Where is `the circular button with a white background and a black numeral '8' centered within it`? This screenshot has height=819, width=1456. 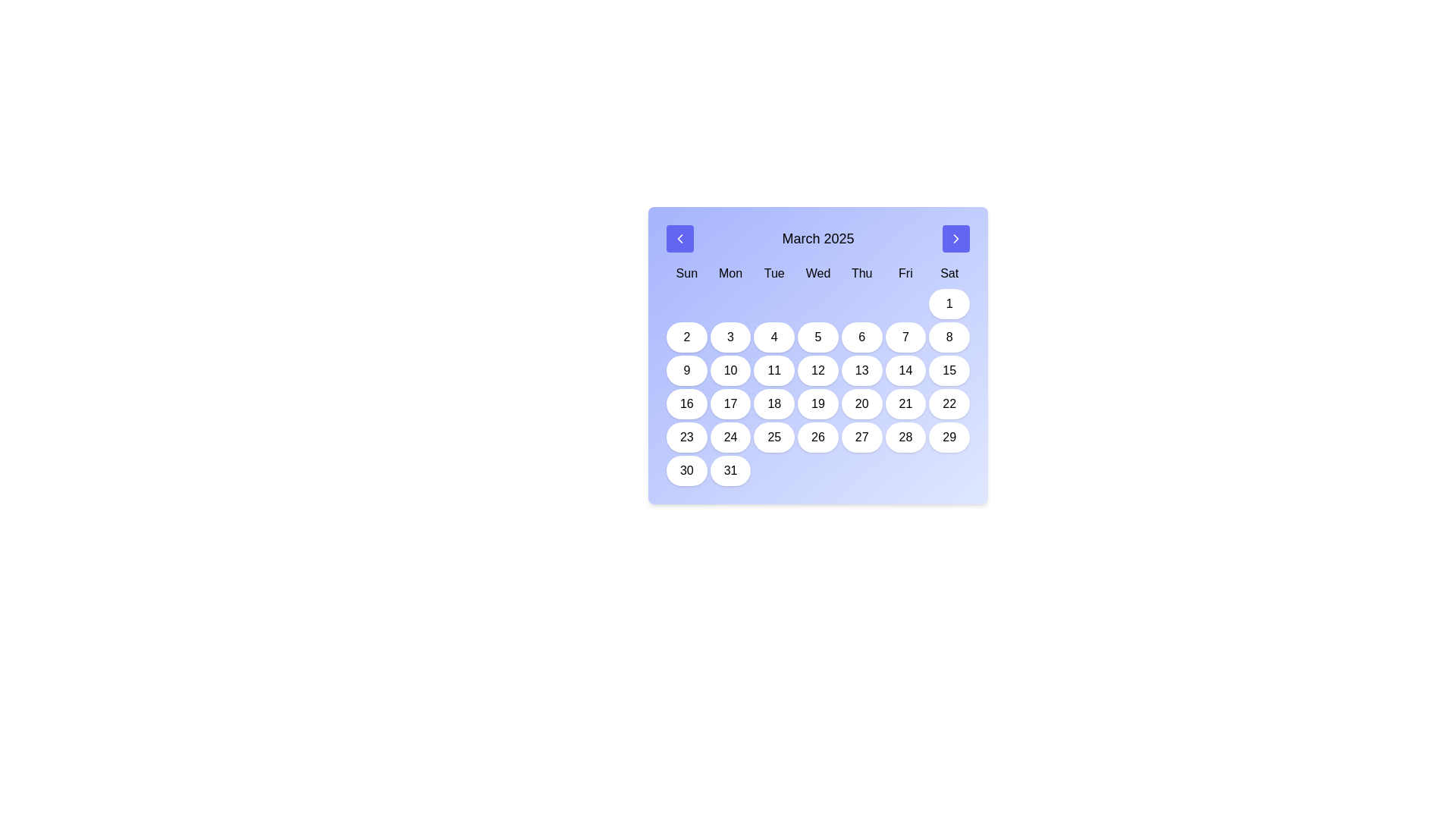 the circular button with a white background and a black numeral '8' centered within it is located at coordinates (949, 336).